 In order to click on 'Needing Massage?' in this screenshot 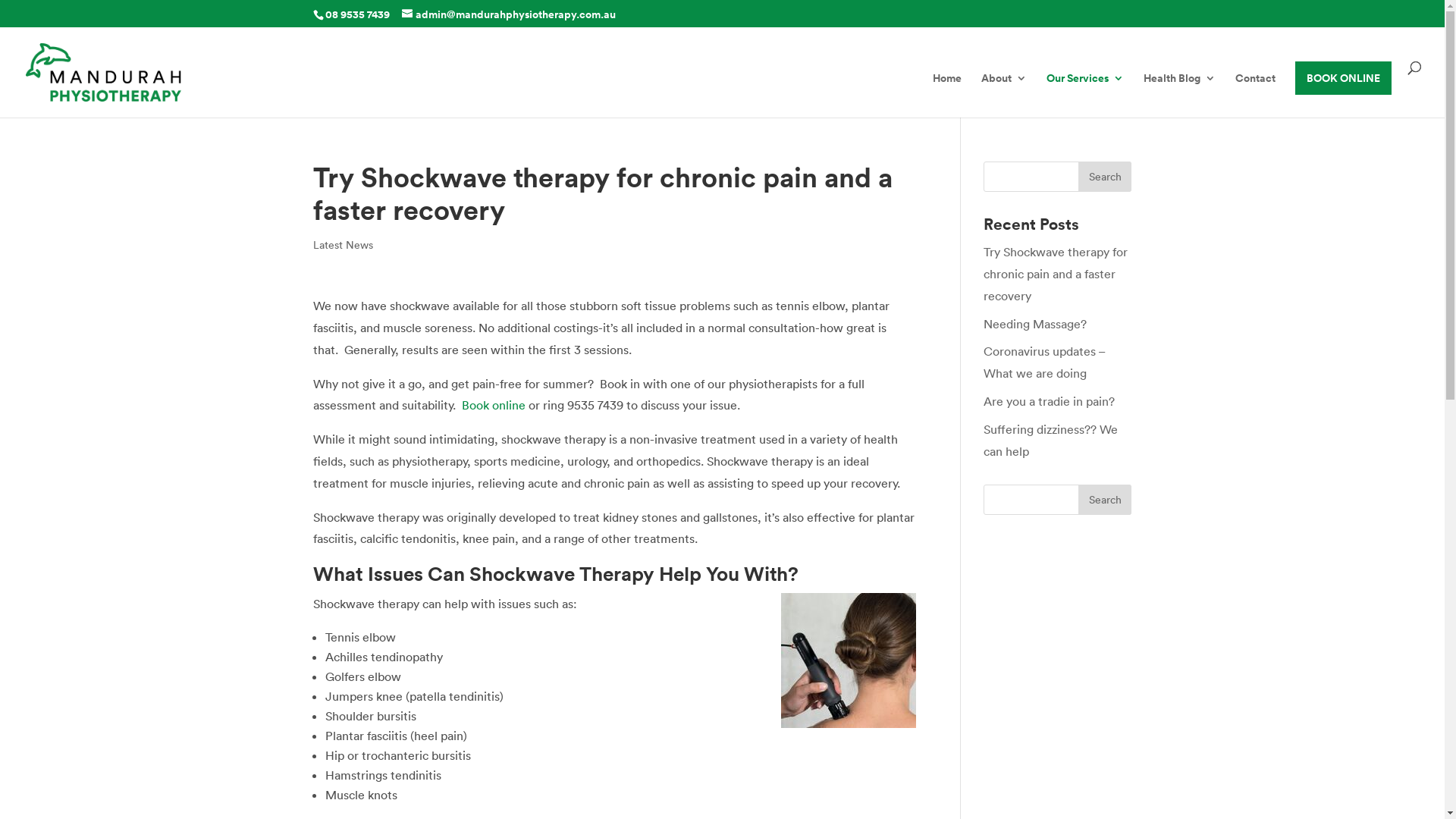, I will do `click(1034, 323)`.